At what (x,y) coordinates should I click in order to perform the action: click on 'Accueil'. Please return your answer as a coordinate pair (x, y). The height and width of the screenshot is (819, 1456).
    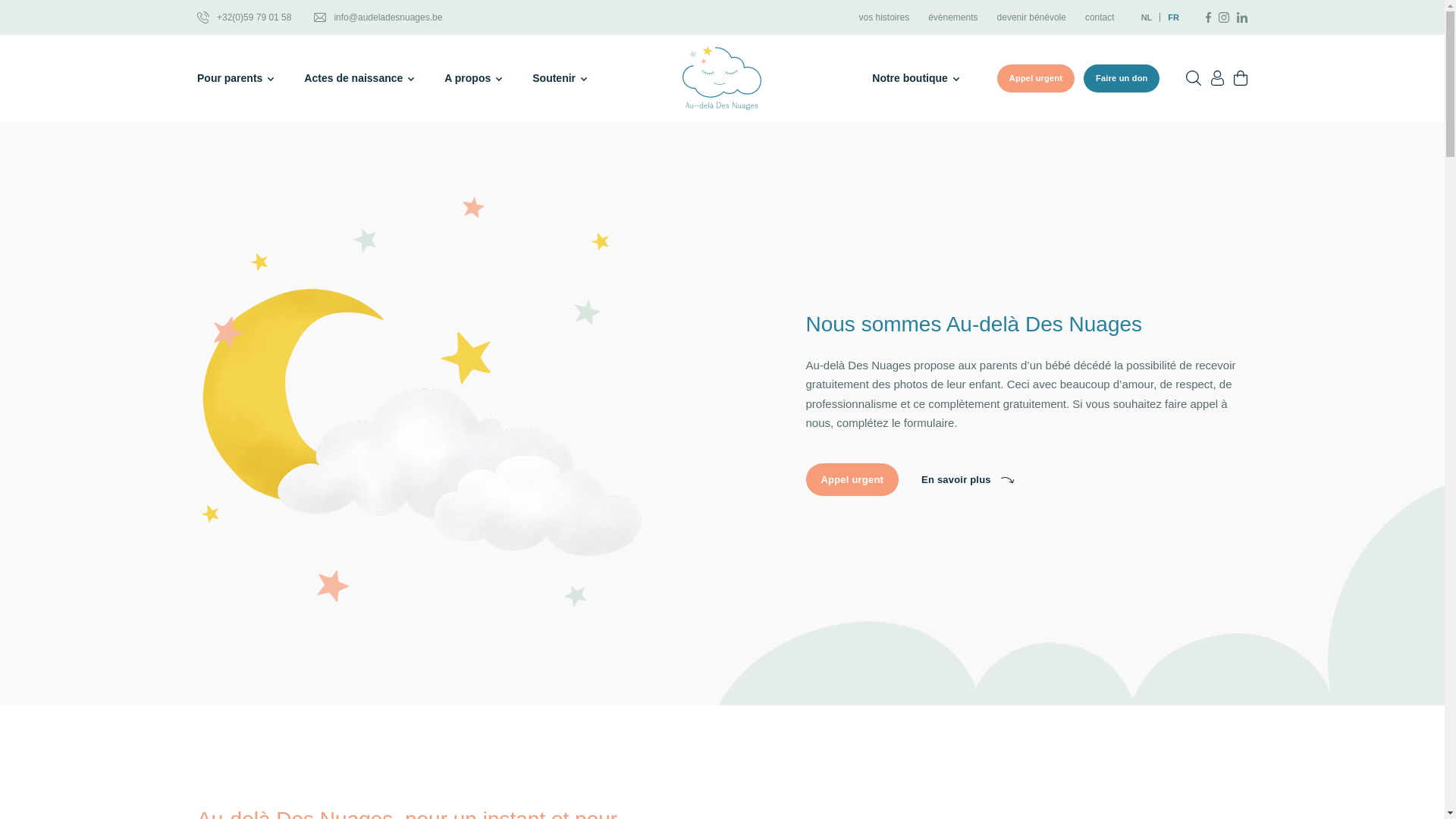
    Looking at the image, I should click on (720, 78).